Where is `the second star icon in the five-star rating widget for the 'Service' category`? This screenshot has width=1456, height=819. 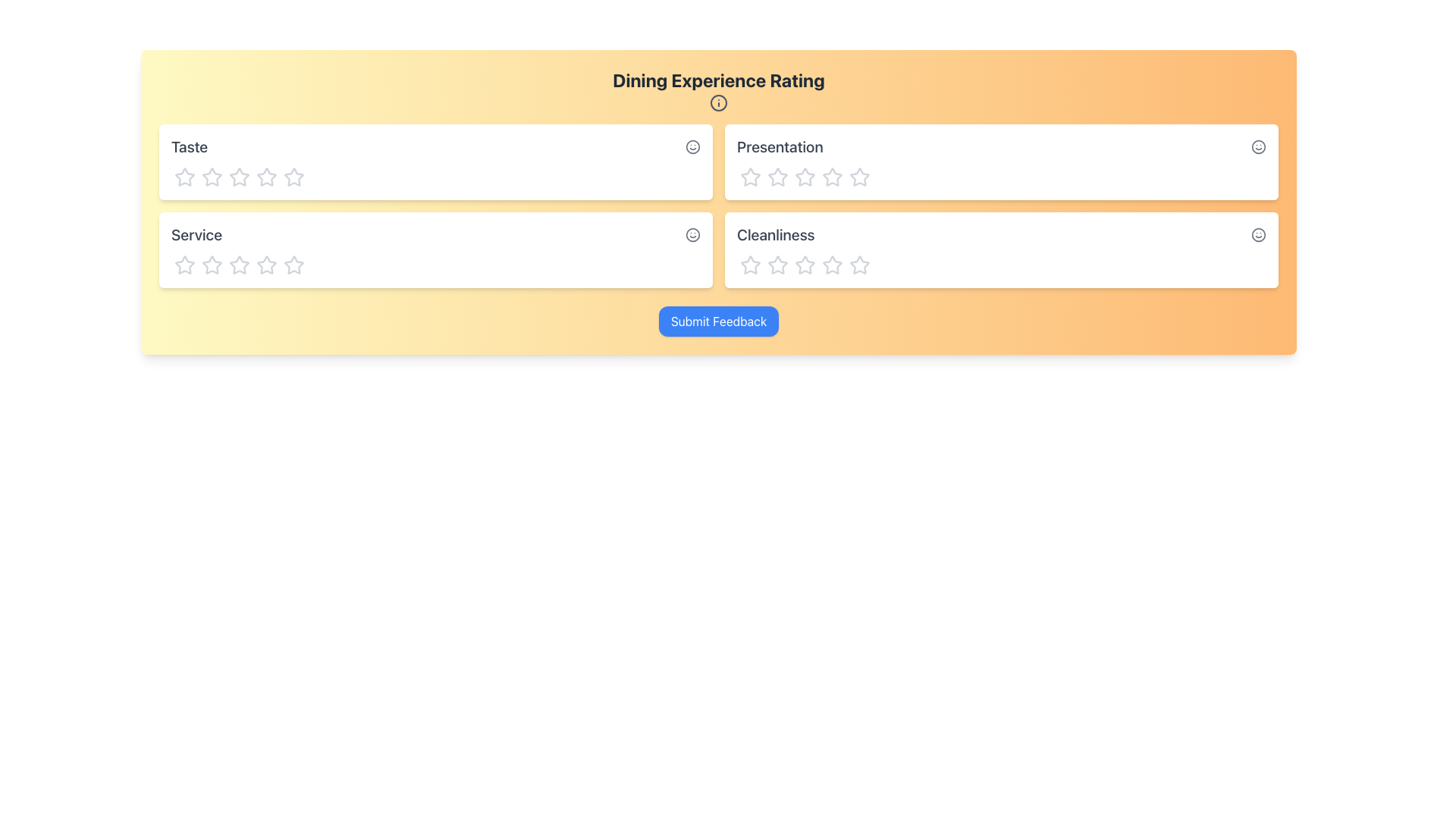
the second star icon in the five-star rating widget for the 'Service' category is located at coordinates (266, 264).